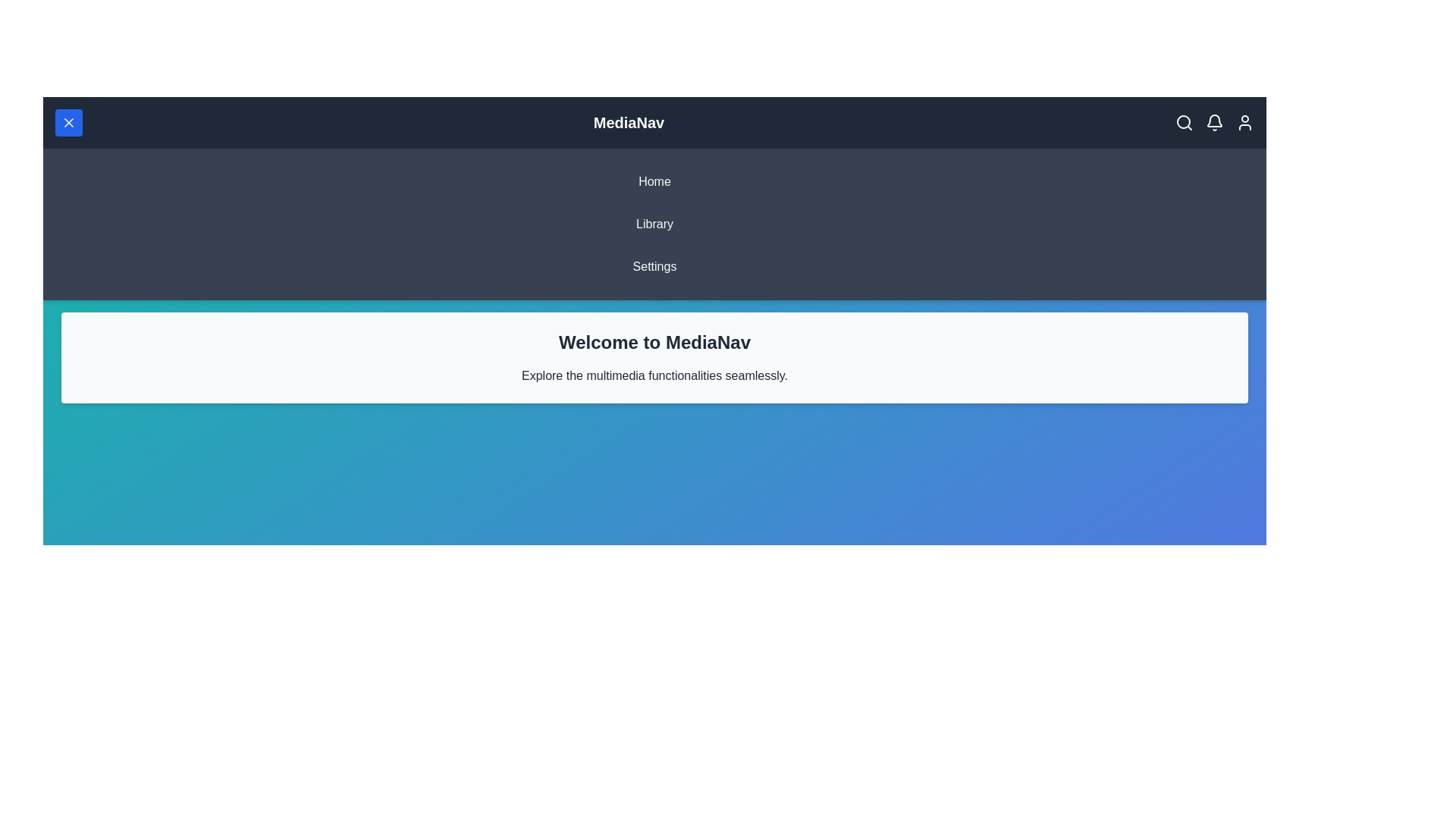 The image size is (1456, 819). I want to click on the headline text 'Welcome to MediaNav' and read it, so click(654, 342).